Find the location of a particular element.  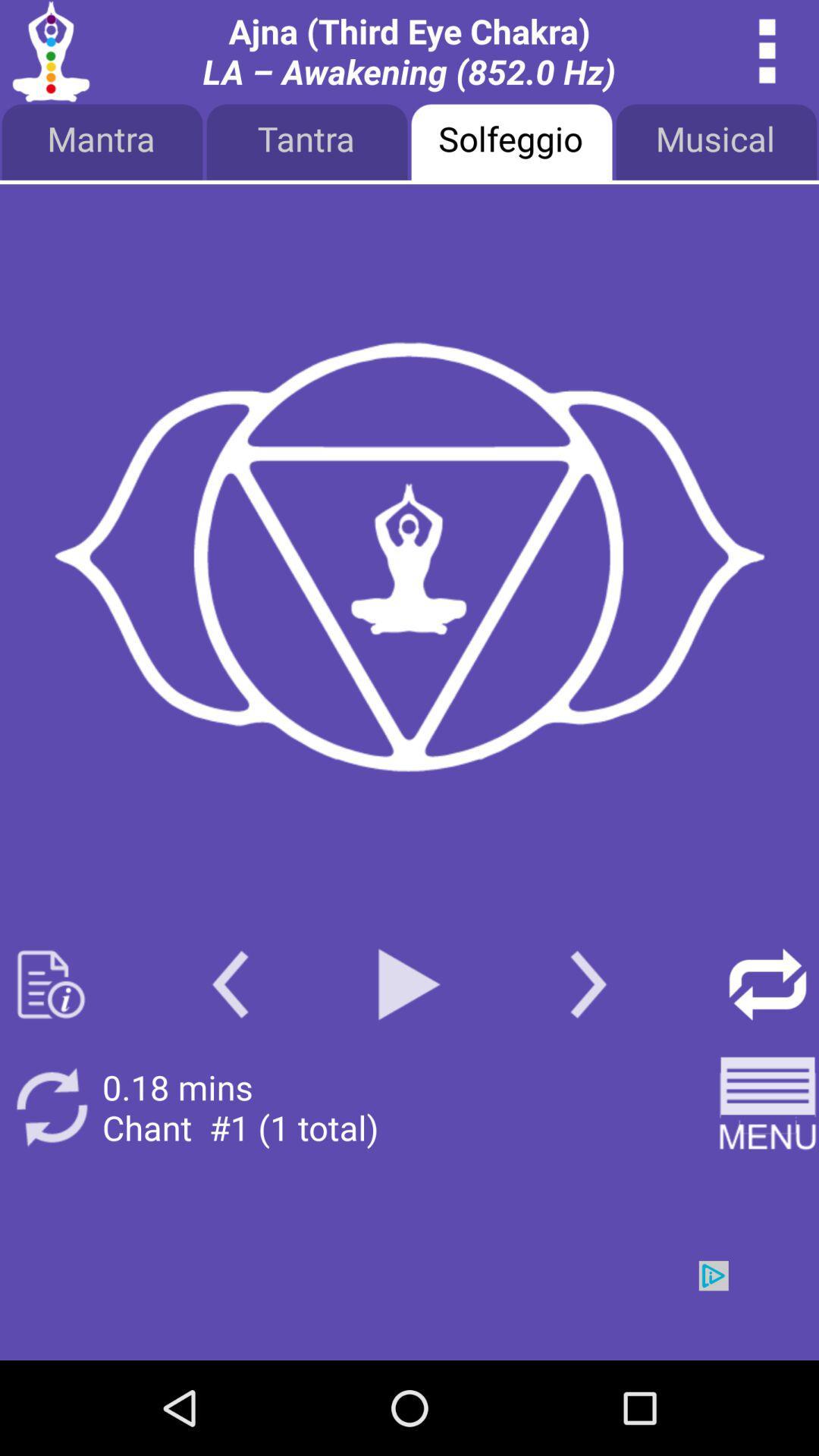

next button is located at coordinates (588, 984).